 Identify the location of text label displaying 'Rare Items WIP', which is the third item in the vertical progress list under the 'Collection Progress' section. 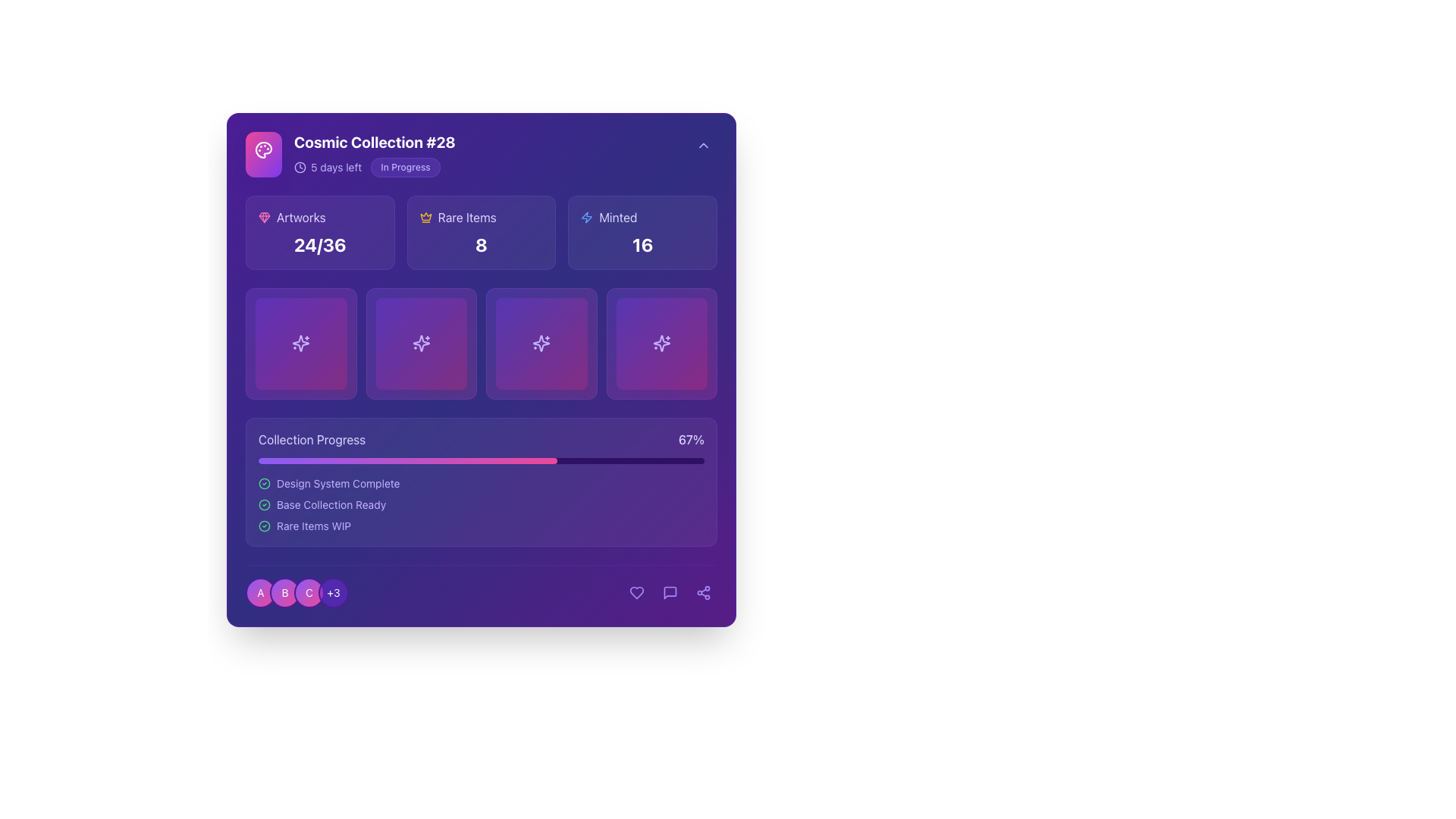
(313, 525).